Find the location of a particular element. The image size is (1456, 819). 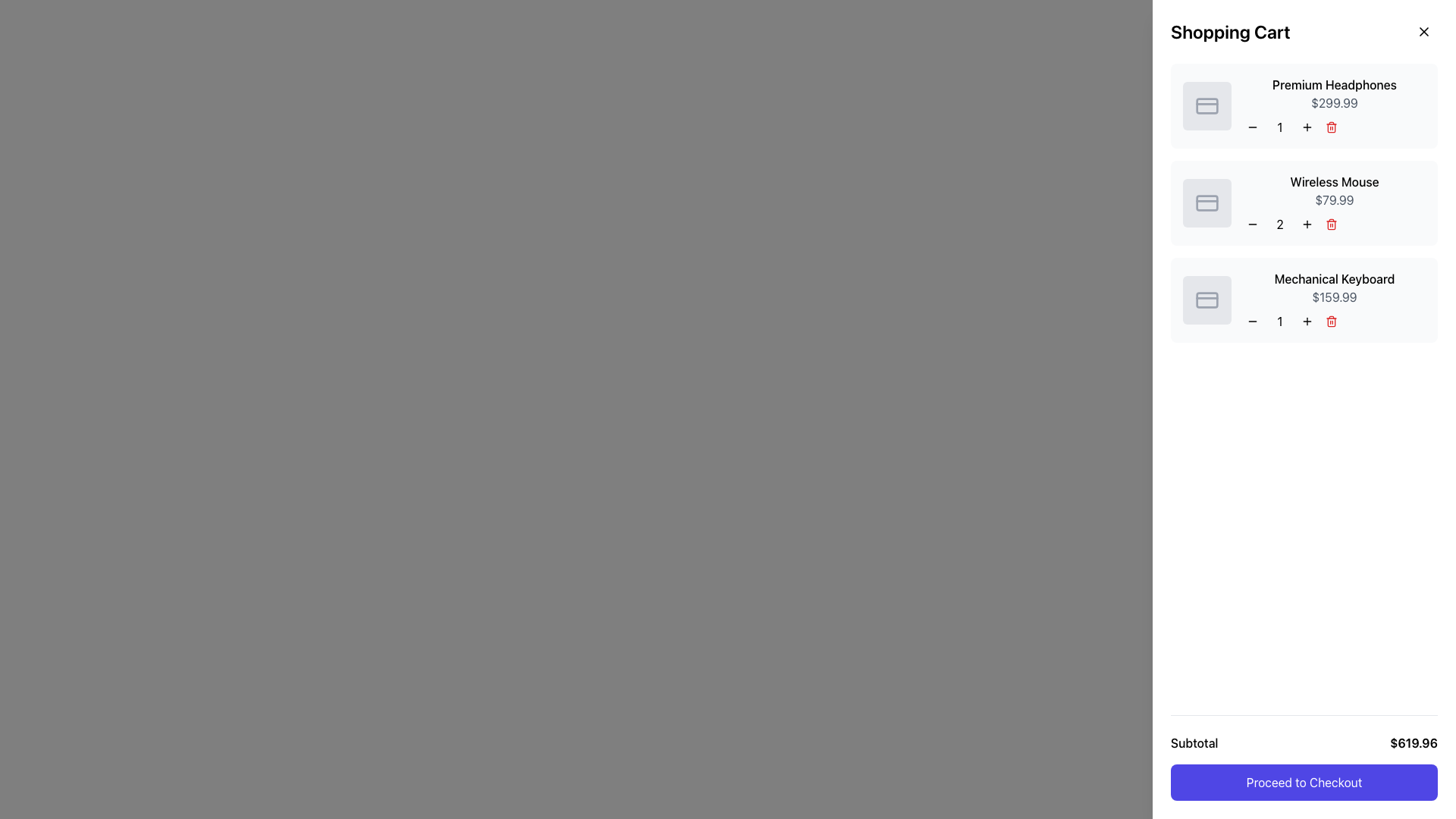

the small plus icon button located to the right of the quantity indicator for 'Premium Headphones' in the cart list to increase the quantity is located at coordinates (1306, 127).